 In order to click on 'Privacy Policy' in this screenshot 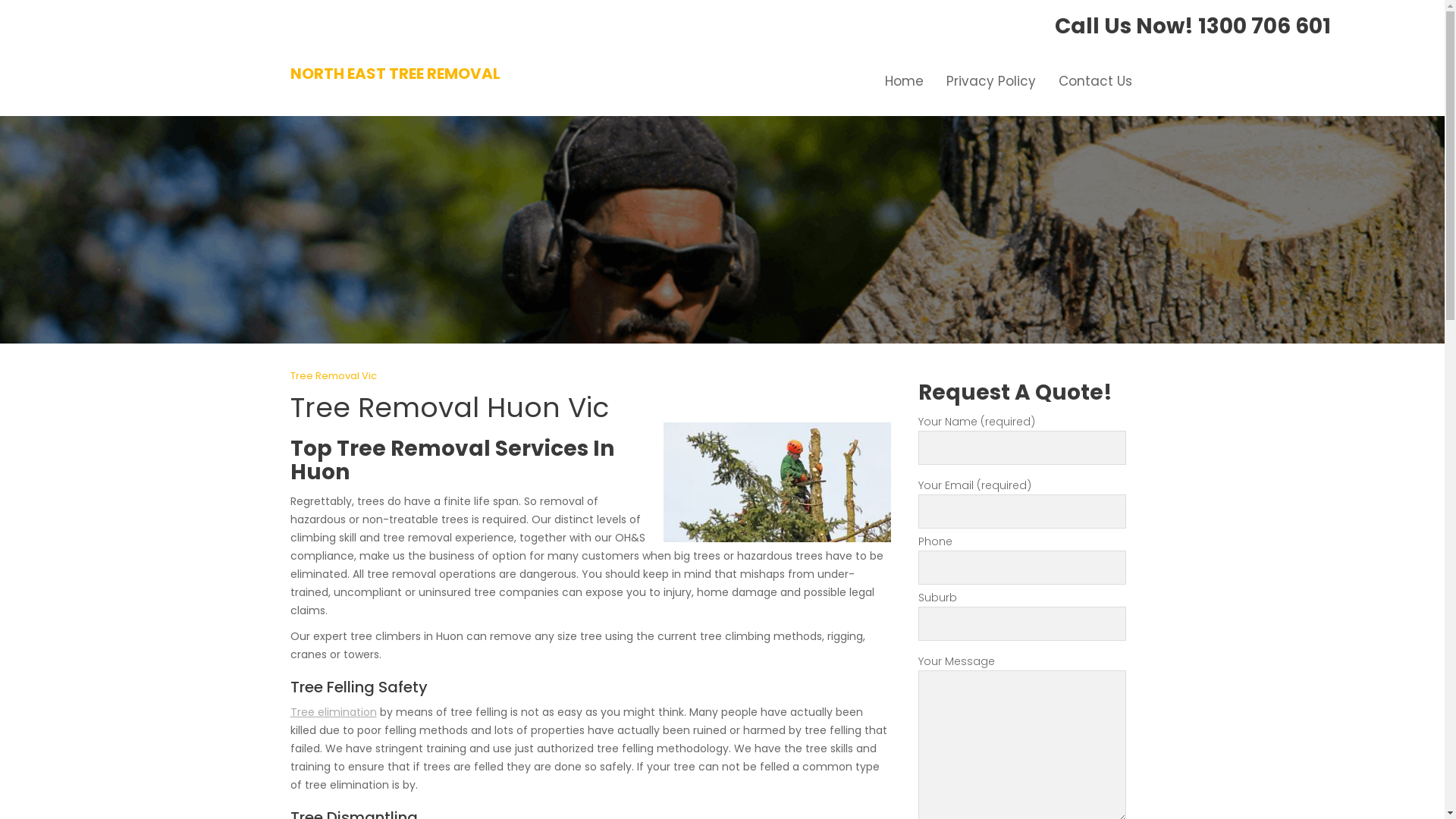, I will do `click(990, 81)`.